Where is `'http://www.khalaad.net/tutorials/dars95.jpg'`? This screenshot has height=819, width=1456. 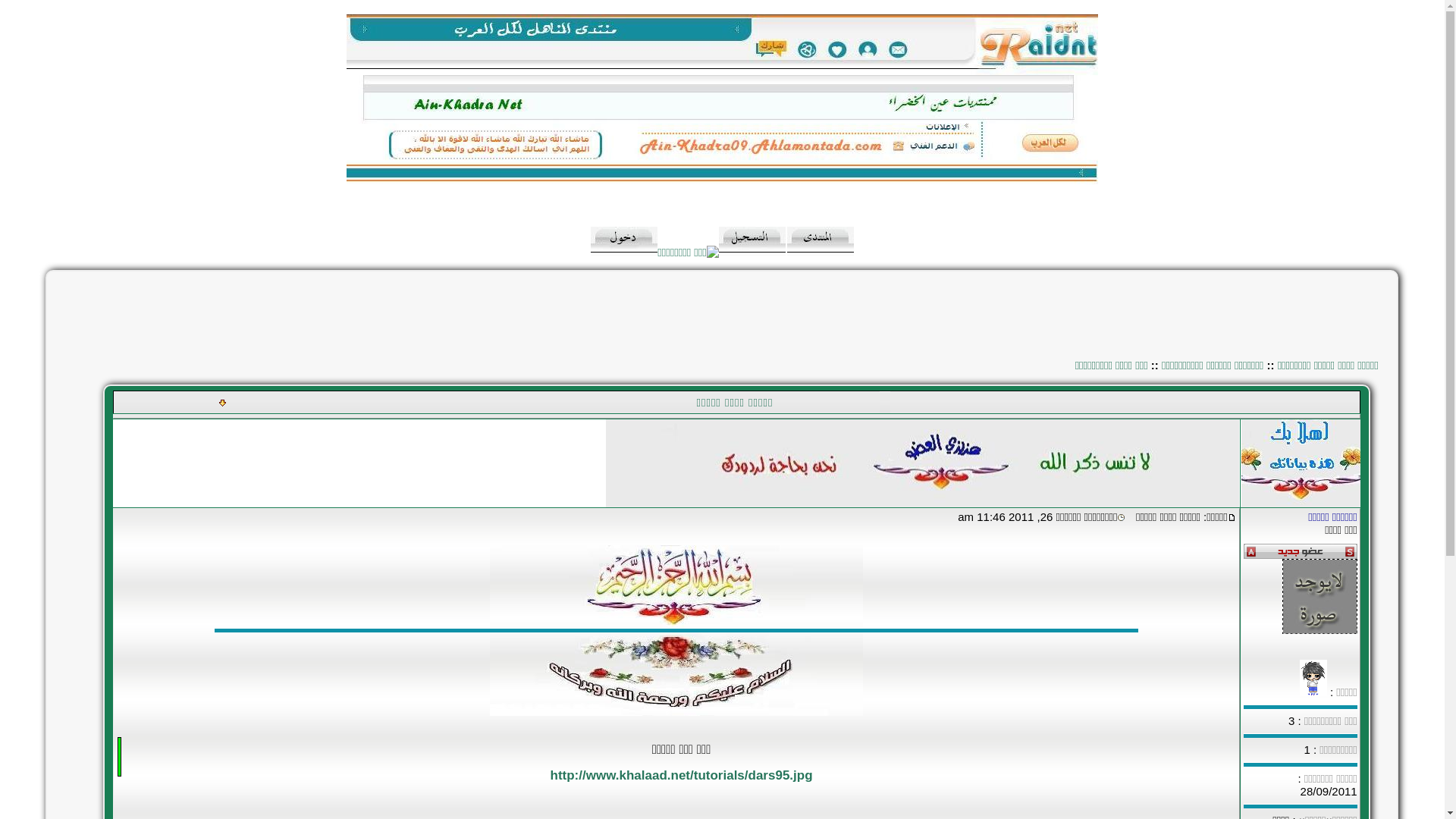 'http://www.khalaad.net/tutorials/dars95.jpg' is located at coordinates (680, 775).